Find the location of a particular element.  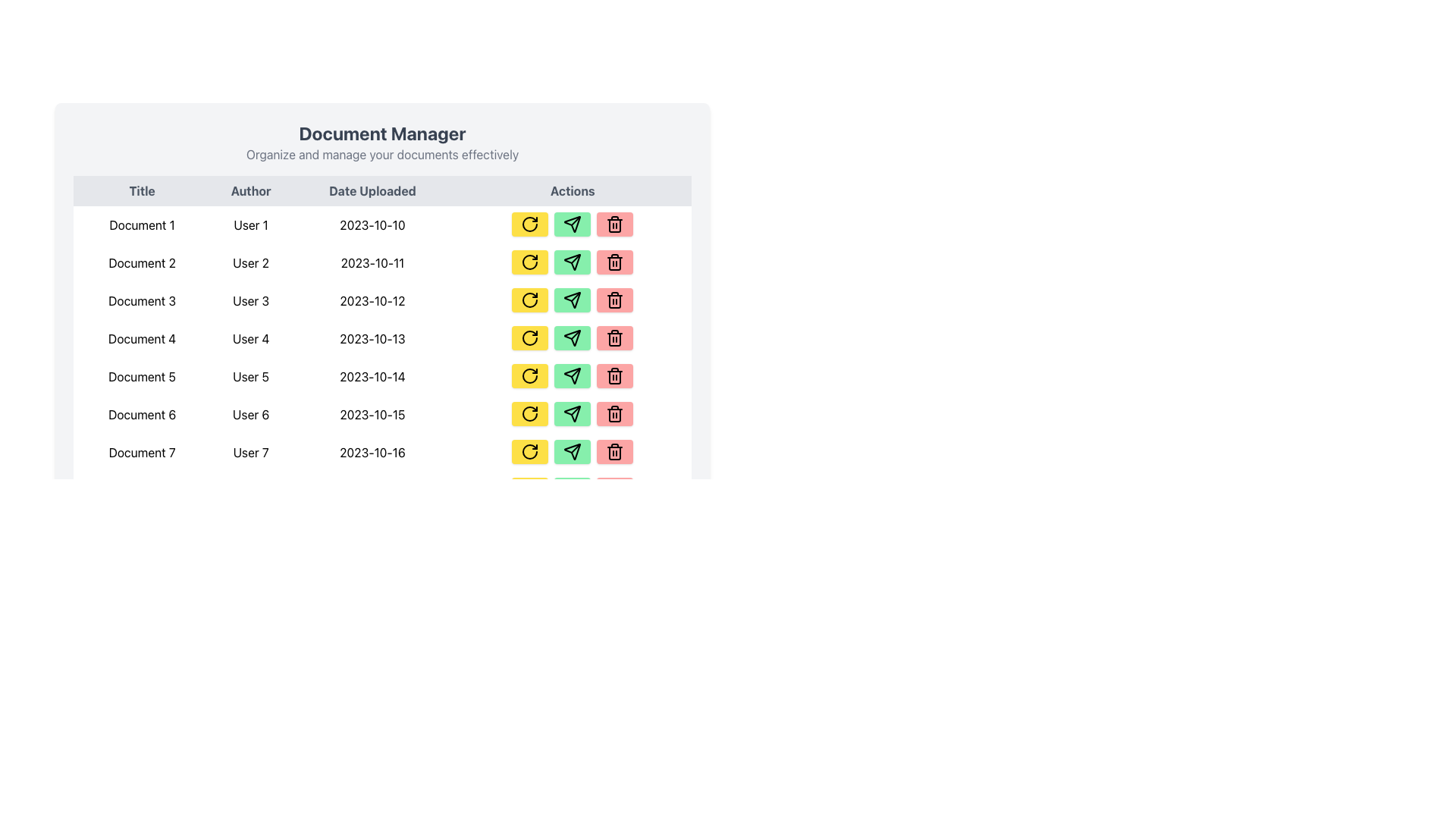

the static text label 'Date Uploaded', which is the third column header in a table layout, positioned between 'Author' and 'Actions' is located at coordinates (372, 190).